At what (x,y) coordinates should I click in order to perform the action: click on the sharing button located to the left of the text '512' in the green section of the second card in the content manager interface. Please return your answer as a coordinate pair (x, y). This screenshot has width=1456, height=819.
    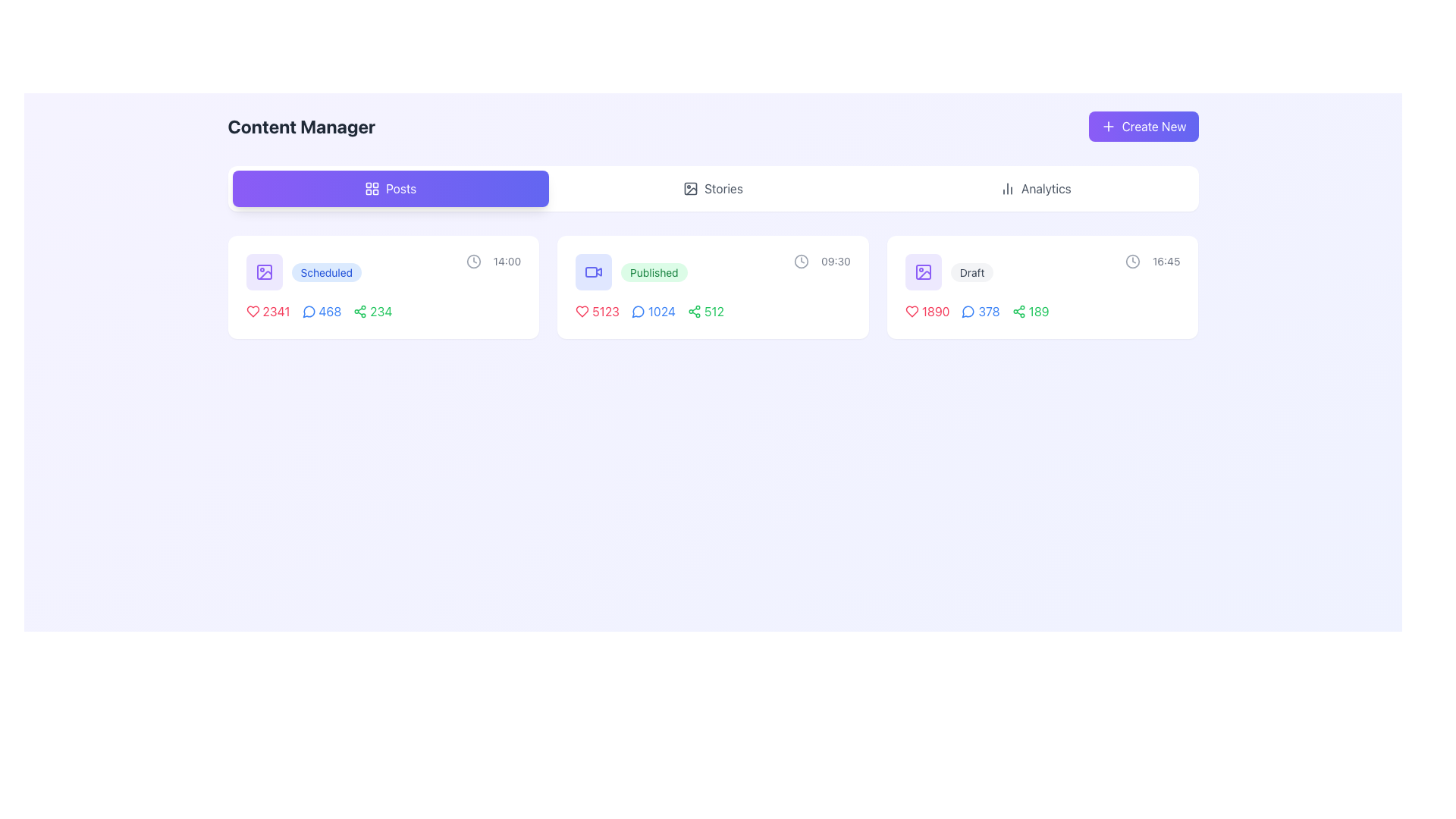
    Looking at the image, I should click on (693, 311).